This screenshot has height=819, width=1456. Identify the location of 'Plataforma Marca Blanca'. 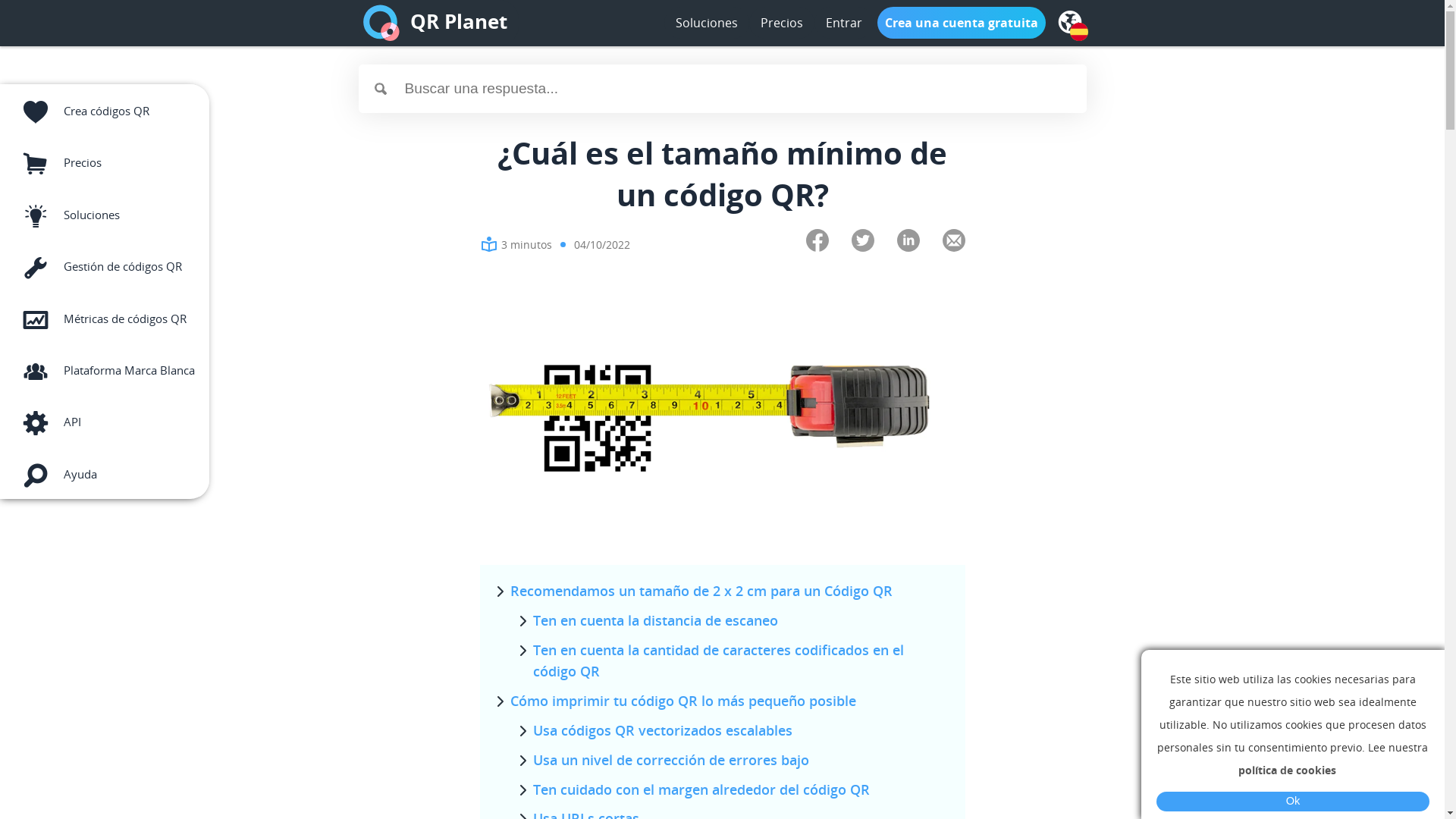
(104, 368).